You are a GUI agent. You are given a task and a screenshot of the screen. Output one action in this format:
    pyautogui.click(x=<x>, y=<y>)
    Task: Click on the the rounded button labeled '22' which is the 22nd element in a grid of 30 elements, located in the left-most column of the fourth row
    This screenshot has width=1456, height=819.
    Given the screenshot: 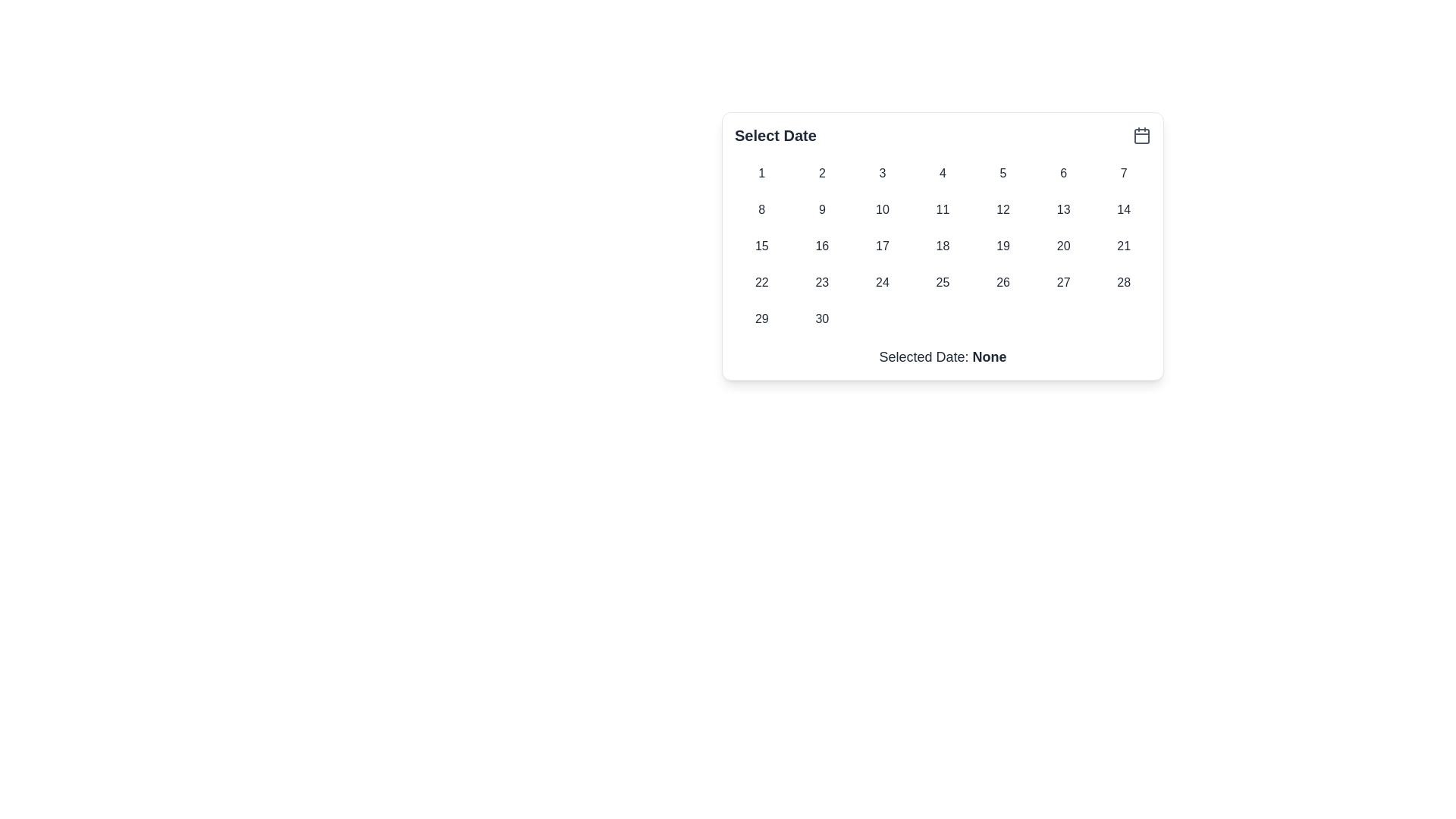 What is the action you would take?
    pyautogui.click(x=761, y=283)
    